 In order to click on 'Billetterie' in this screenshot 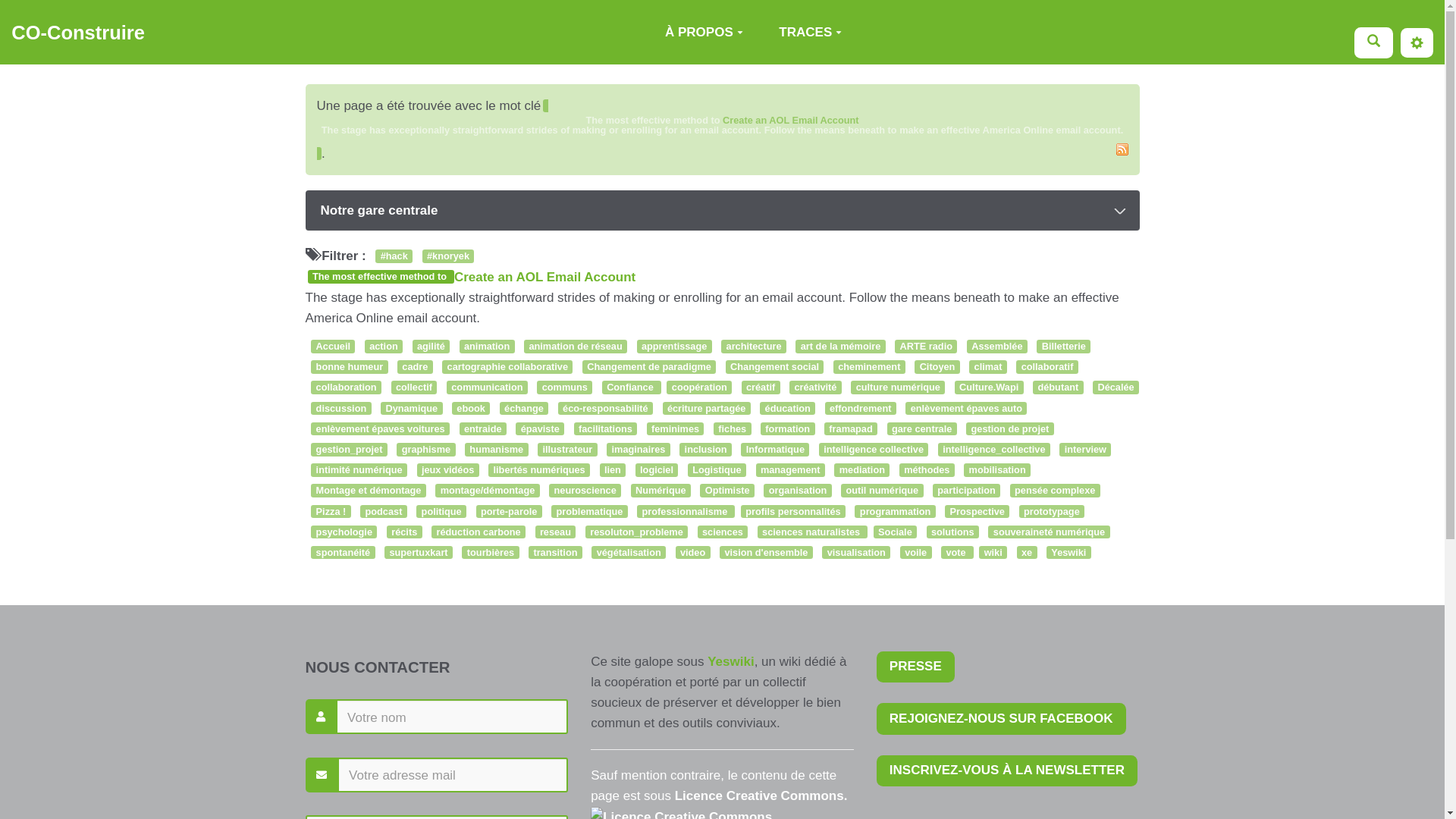, I will do `click(1062, 346)`.